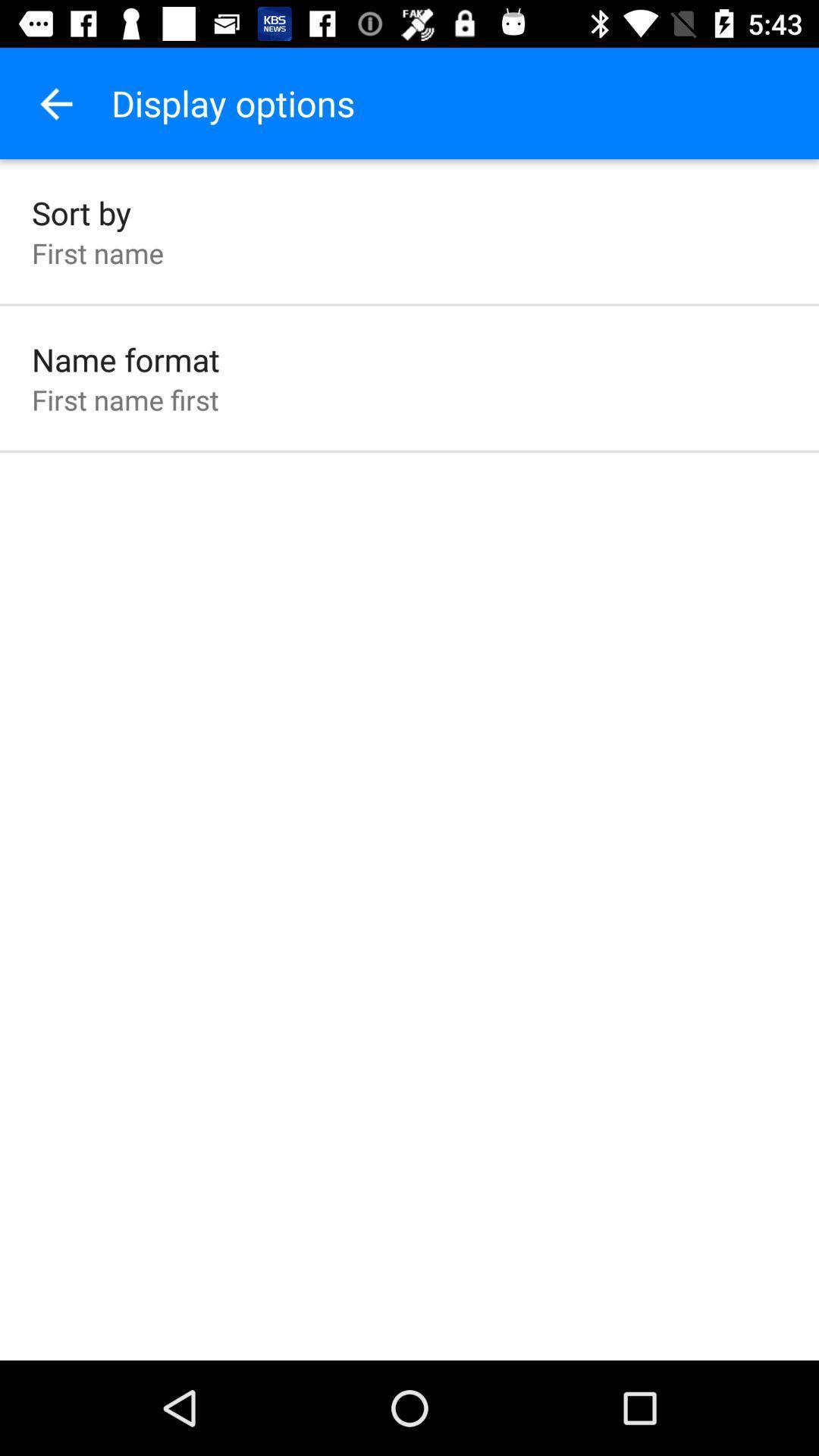 Image resolution: width=819 pixels, height=1456 pixels. Describe the element at coordinates (124, 359) in the screenshot. I see `name format icon` at that location.